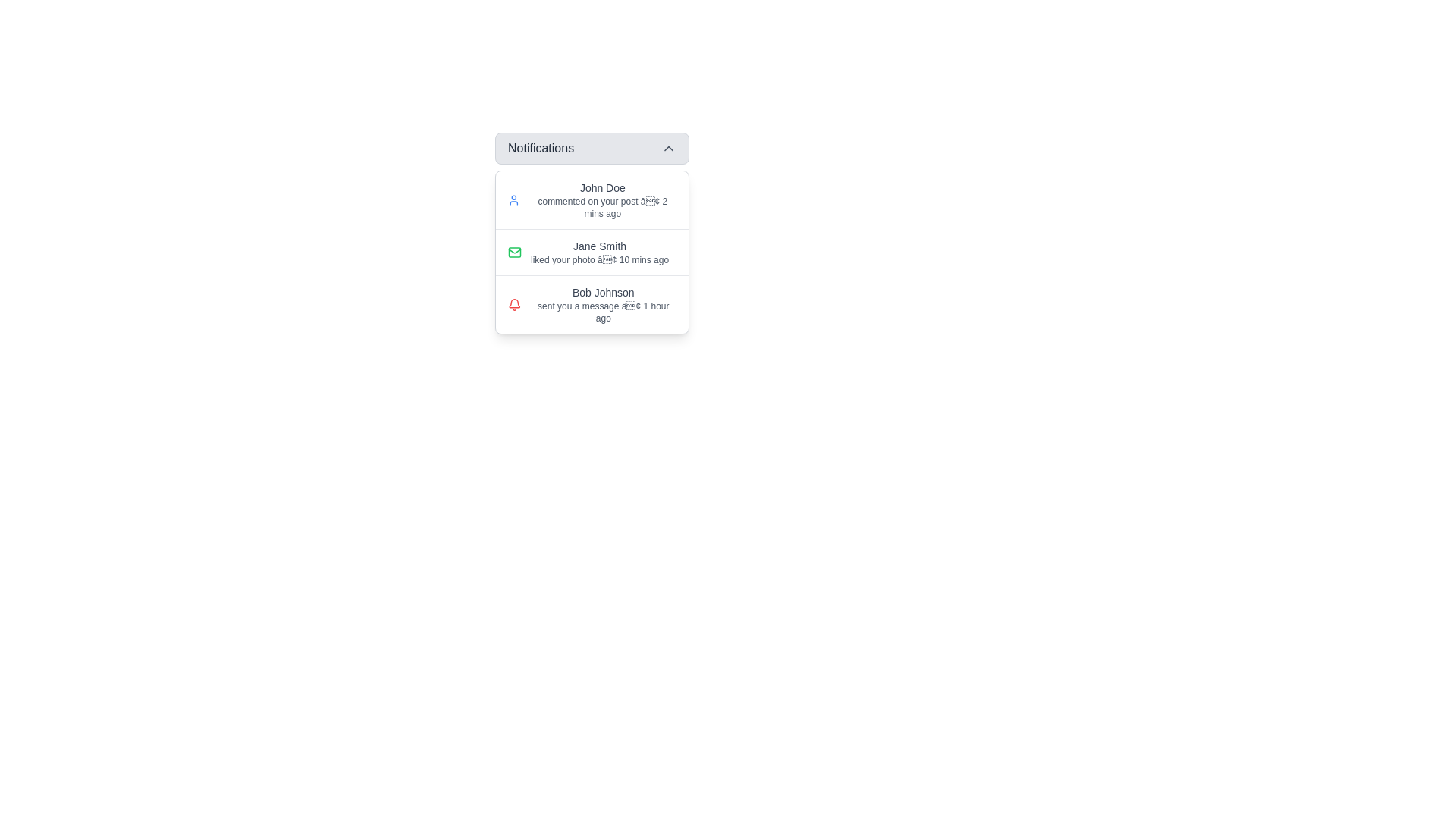 The image size is (1456, 819). Describe the element at coordinates (599, 251) in the screenshot. I see `the notification text block displaying 'Jane Smith liked your photo • 10 mins ago', which is the second notification in the list, to engage with surrounding elements` at that location.